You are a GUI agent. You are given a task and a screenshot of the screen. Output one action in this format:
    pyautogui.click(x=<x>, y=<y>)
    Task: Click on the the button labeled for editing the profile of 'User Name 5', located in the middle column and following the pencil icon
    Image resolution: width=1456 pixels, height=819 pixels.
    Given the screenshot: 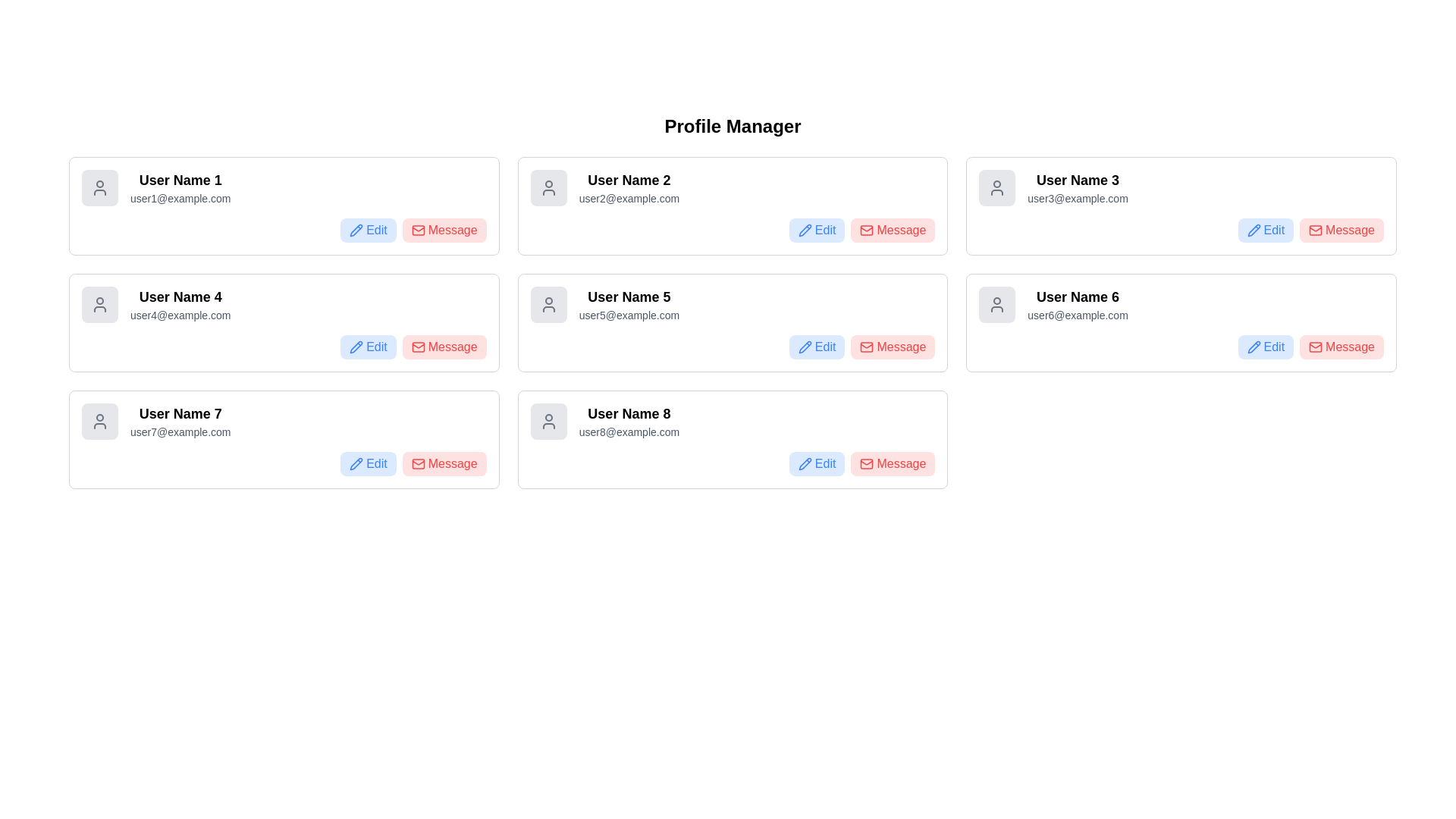 What is the action you would take?
    pyautogui.click(x=824, y=347)
    